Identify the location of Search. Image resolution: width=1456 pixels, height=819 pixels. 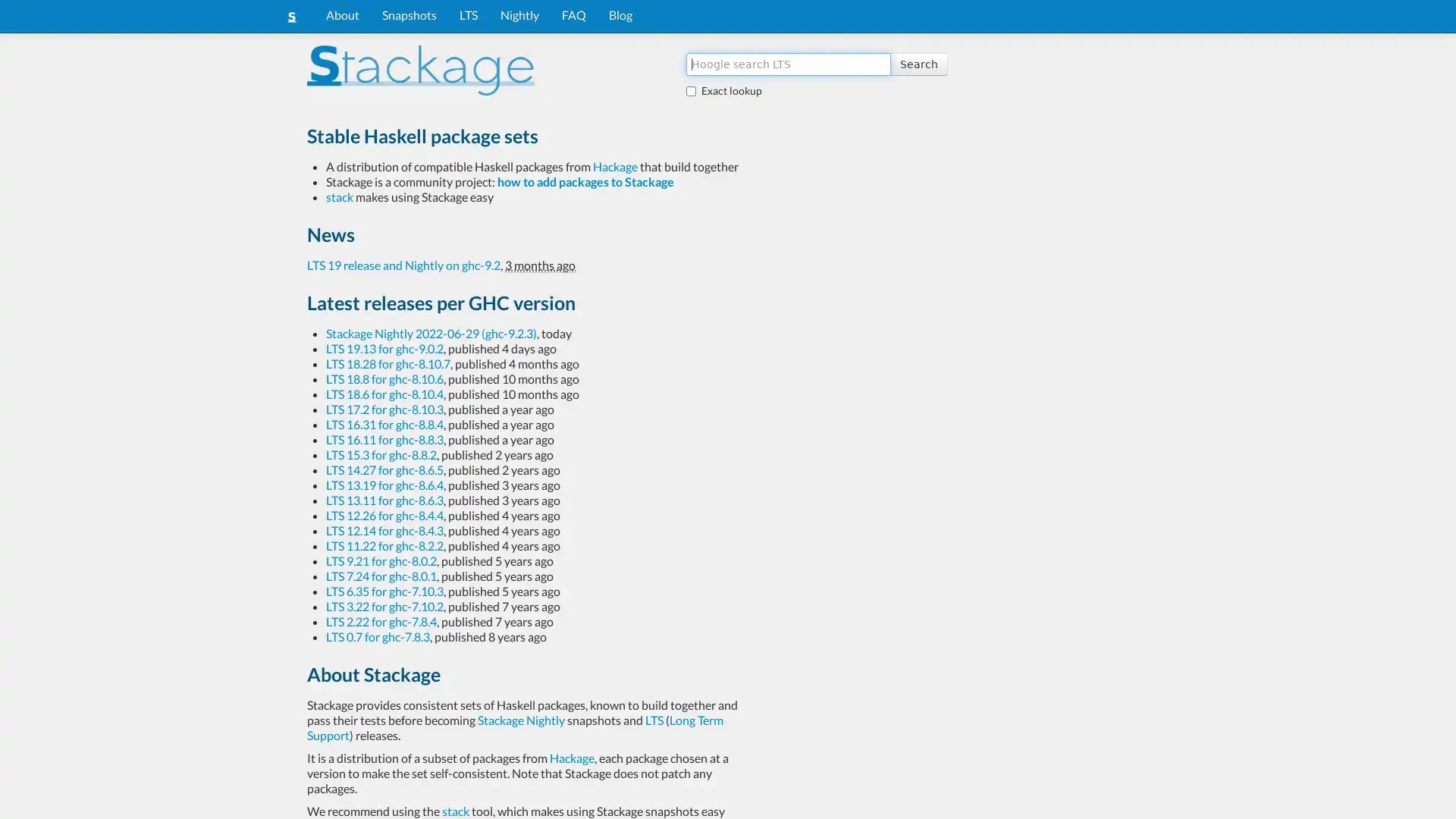
(918, 63).